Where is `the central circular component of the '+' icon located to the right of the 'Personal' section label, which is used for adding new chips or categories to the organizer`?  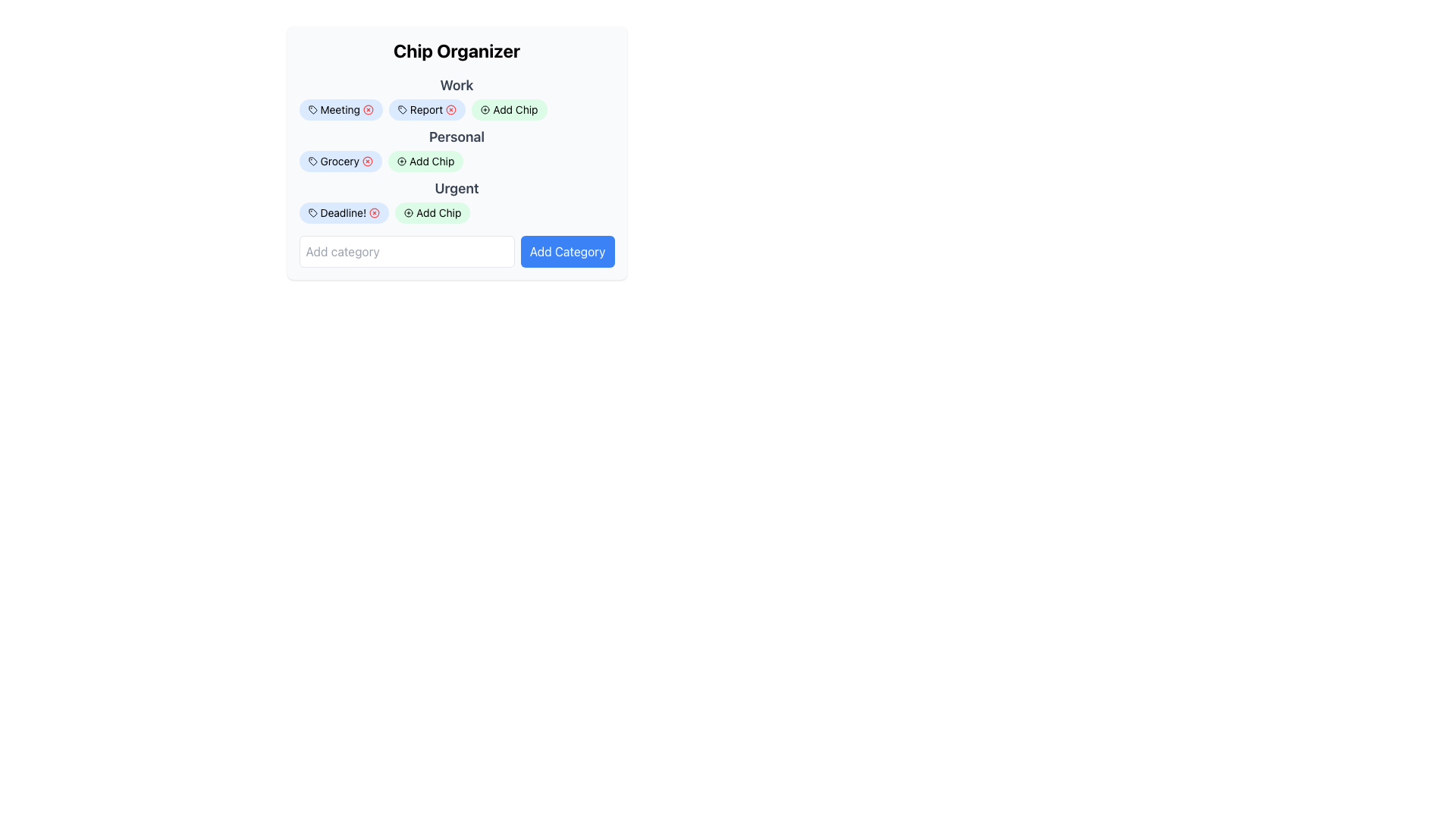
the central circular component of the '+' icon located to the right of the 'Personal' section label, which is used for adding new chips or categories to the organizer is located at coordinates (402, 161).